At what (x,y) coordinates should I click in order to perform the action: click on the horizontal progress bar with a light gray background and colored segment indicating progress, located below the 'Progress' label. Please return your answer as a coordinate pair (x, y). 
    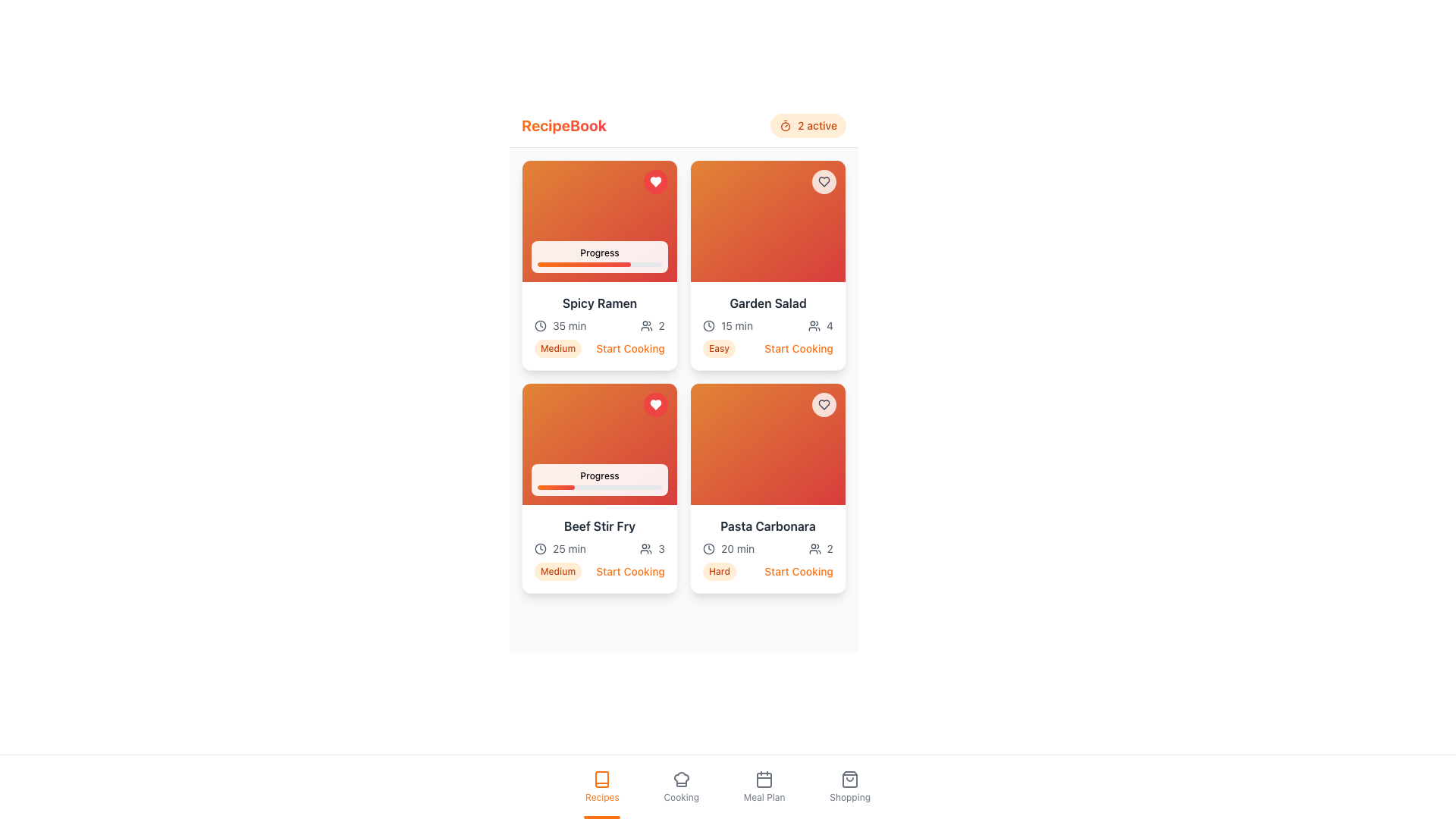
    Looking at the image, I should click on (599, 263).